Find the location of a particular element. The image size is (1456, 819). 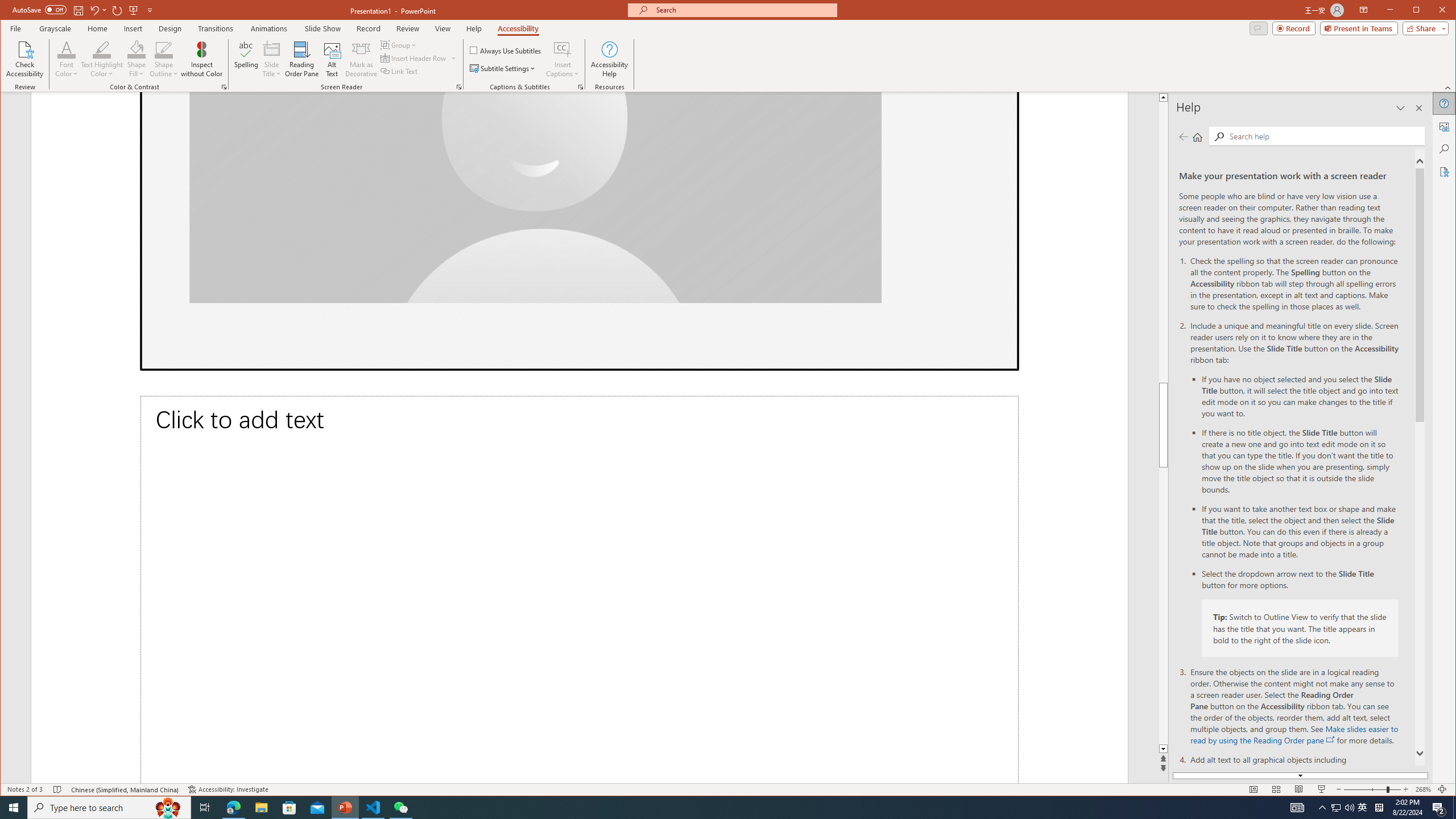

'Captions & Subtitles' is located at coordinates (580, 87).